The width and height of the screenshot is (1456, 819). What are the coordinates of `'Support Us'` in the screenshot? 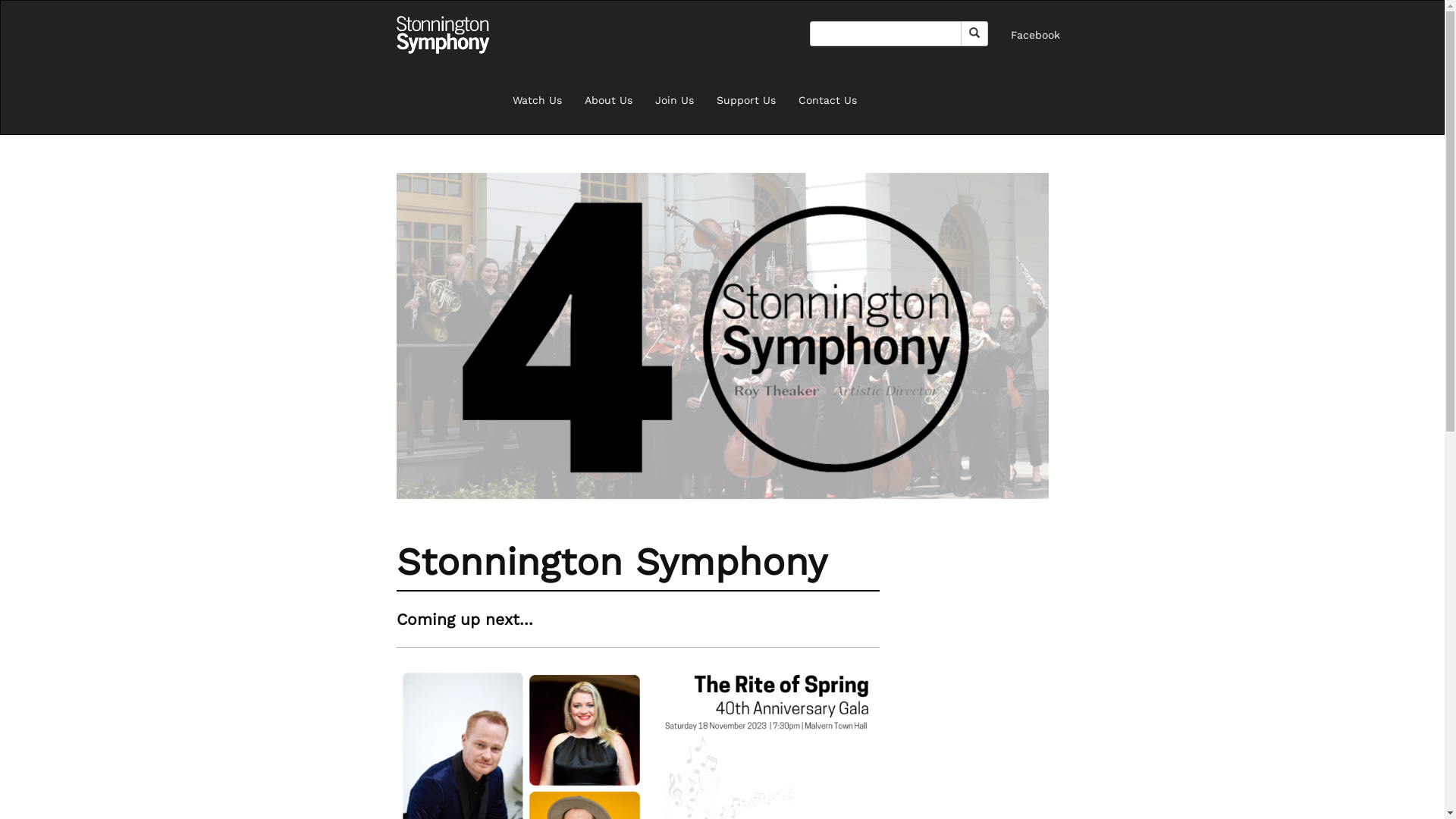 It's located at (745, 99).